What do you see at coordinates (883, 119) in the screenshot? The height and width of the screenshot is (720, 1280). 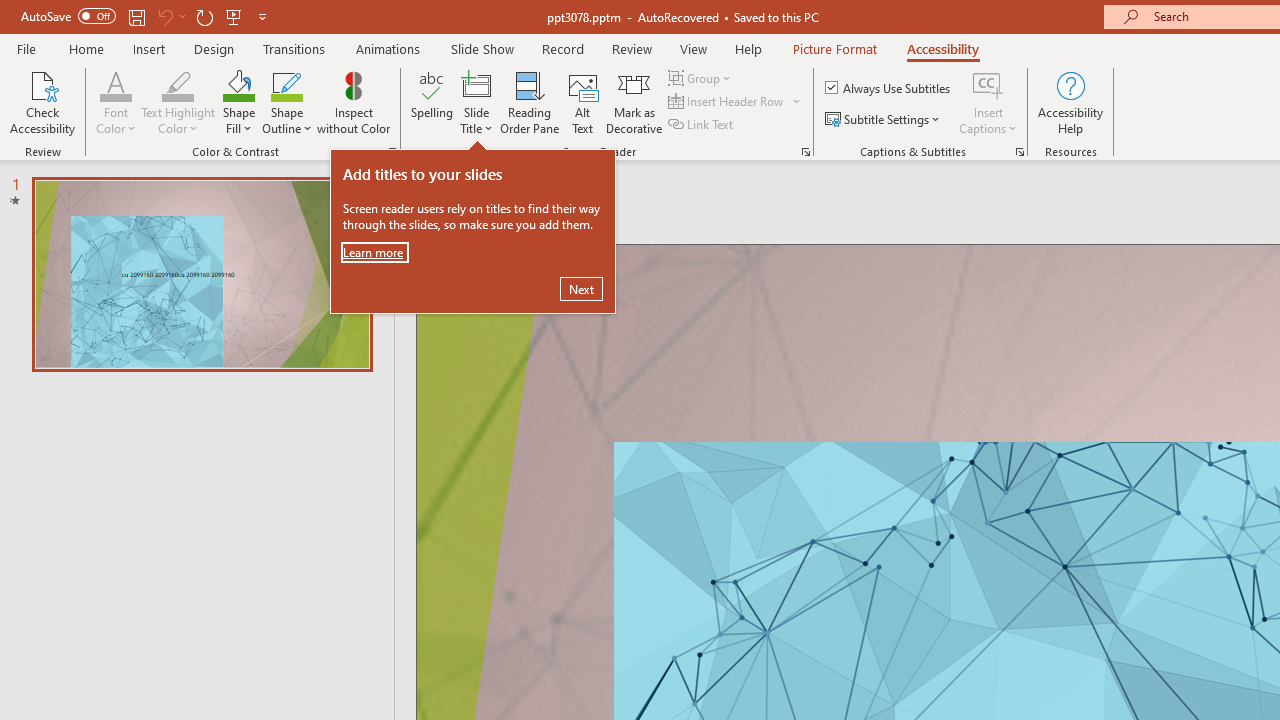 I see `'Subtitle Settings'` at bounding box center [883, 119].